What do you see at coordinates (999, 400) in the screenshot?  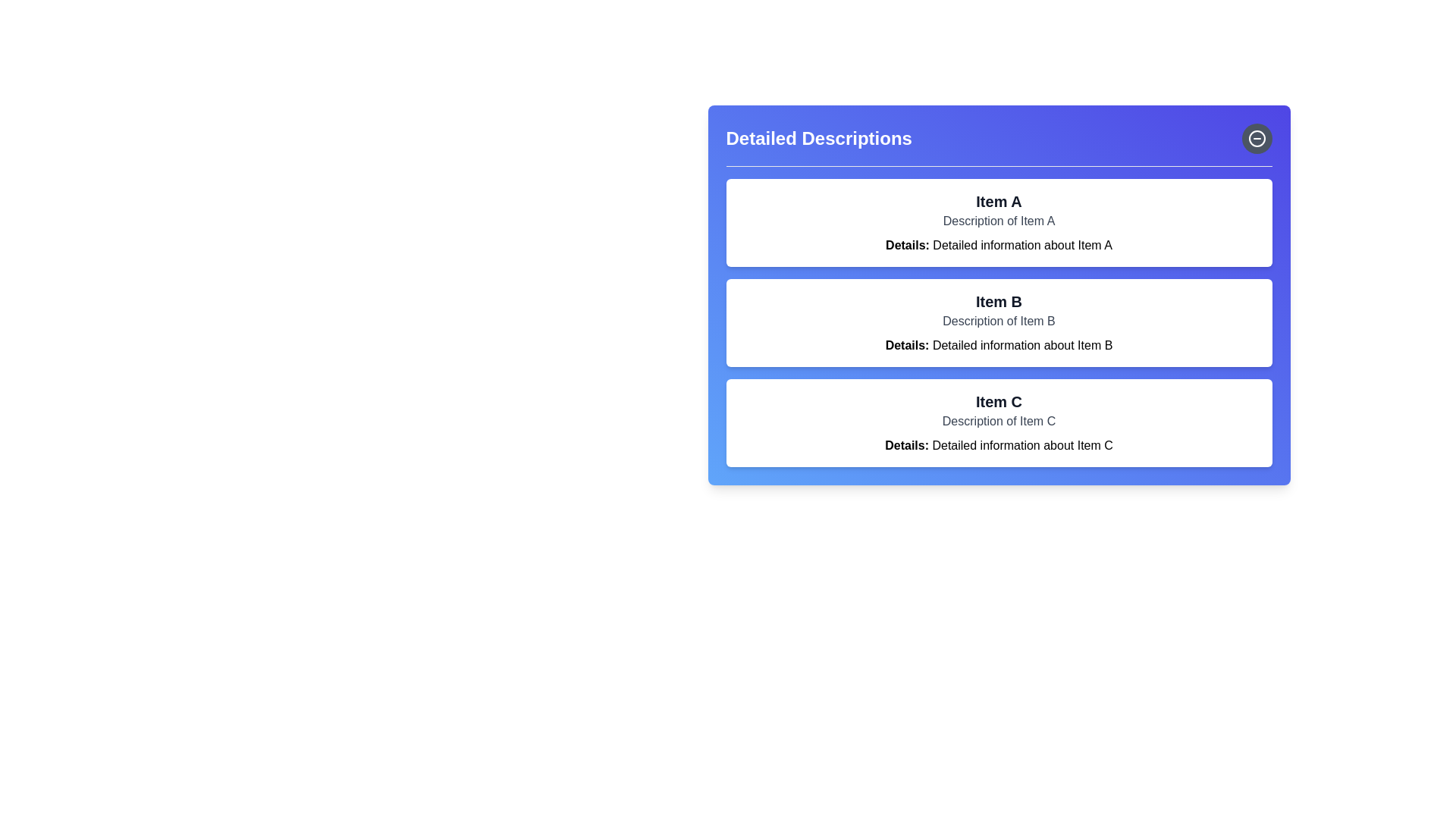 I see `the text label 'Item C', which is styled in bold and dark color, located in the bottom card of a vertically stacked list of cards` at bounding box center [999, 400].